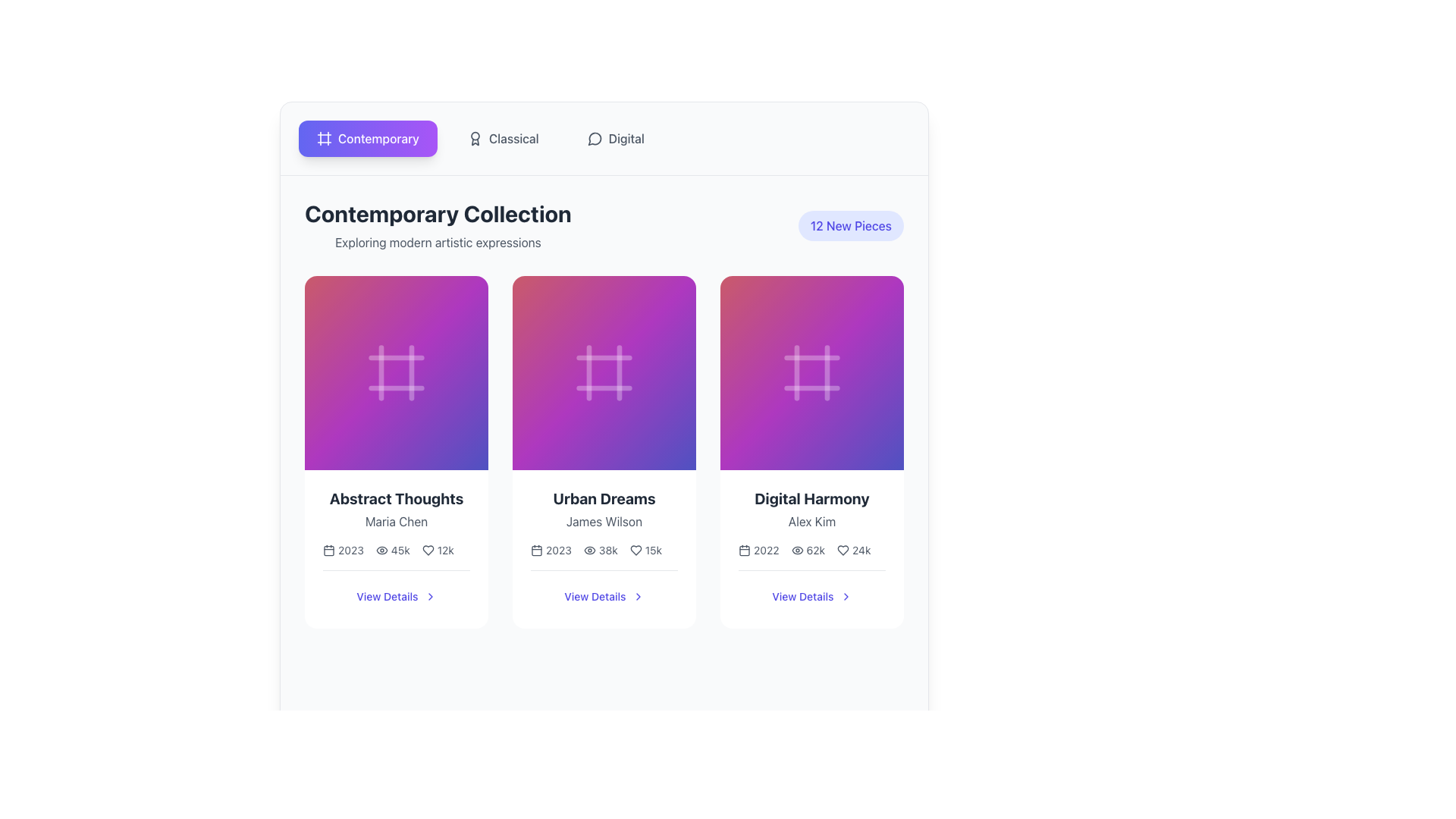 The image size is (1456, 819). What do you see at coordinates (368, 138) in the screenshot?
I see `the 'Contemporary' category selector button` at bounding box center [368, 138].